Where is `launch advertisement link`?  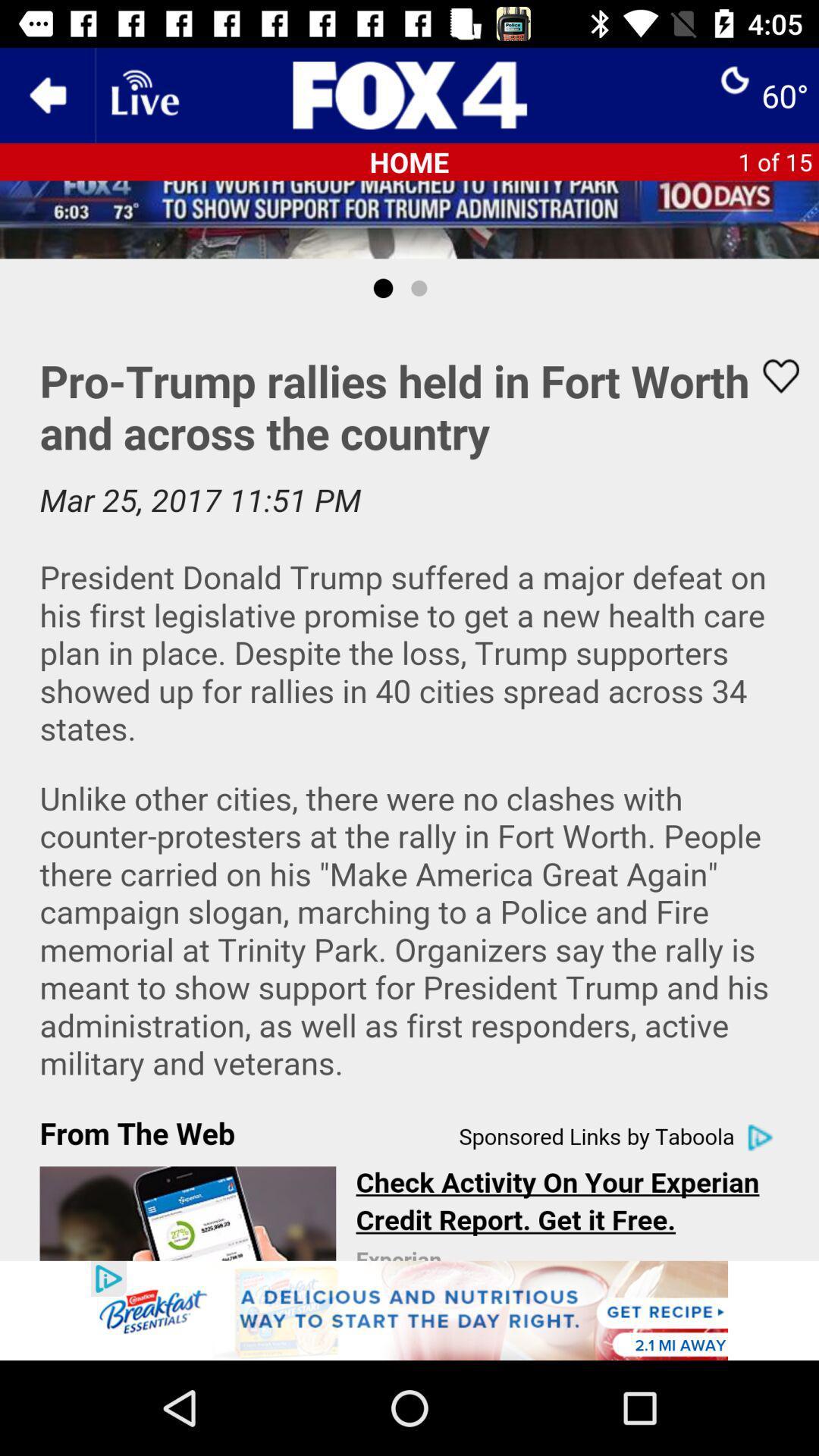
launch advertisement link is located at coordinates (409, 1310).